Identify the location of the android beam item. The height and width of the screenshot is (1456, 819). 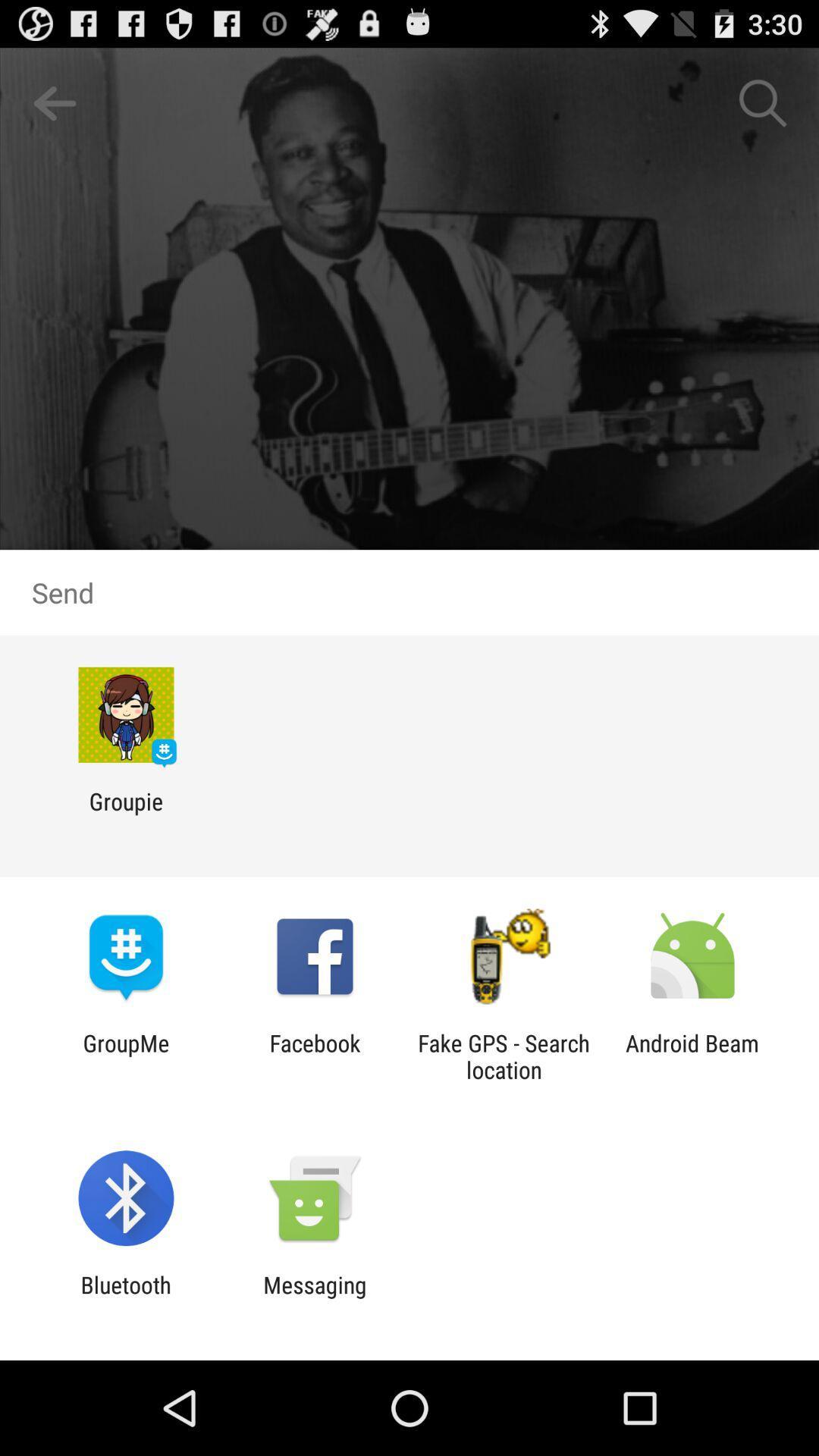
(692, 1056).